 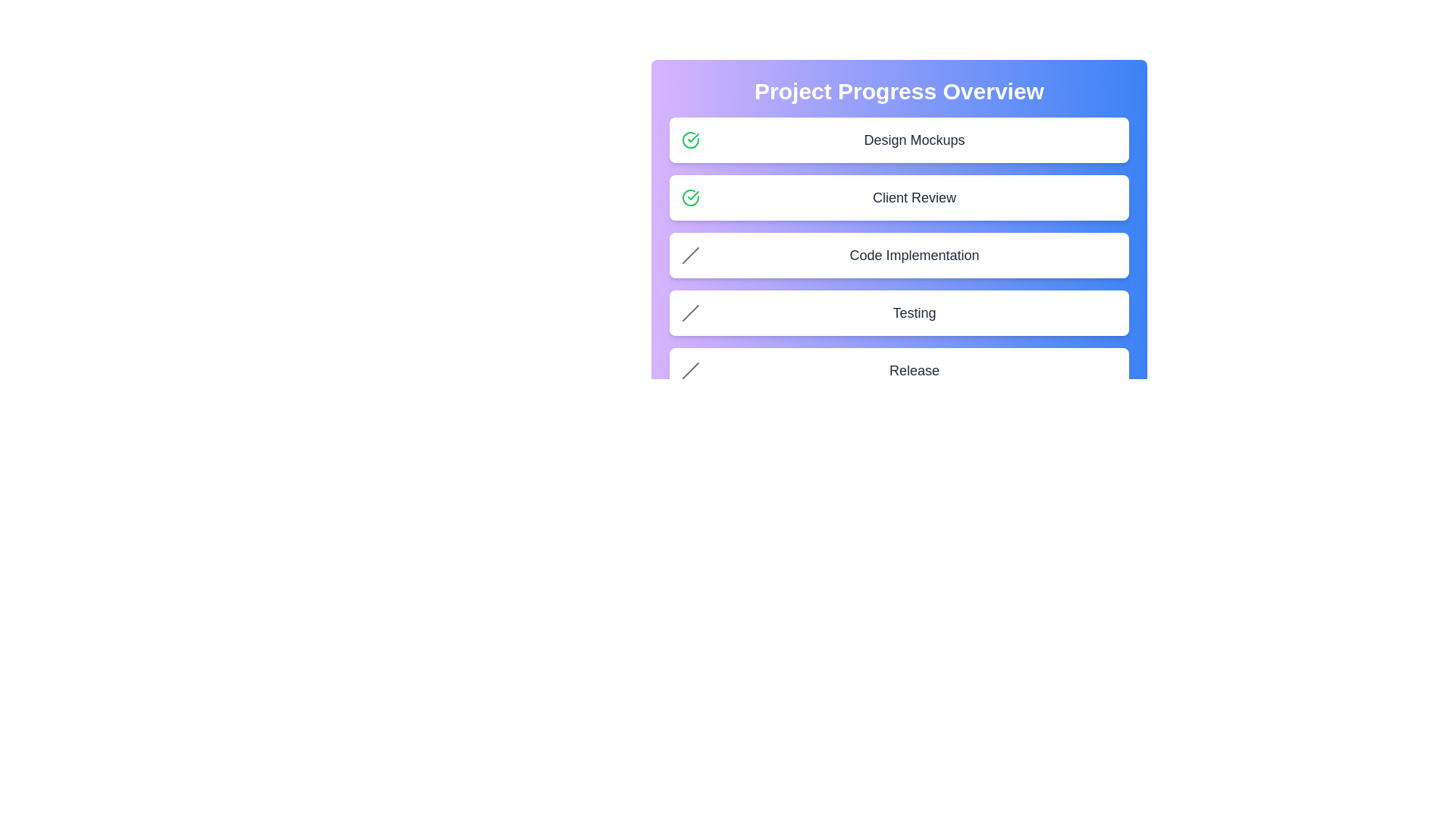 What do you see at coordinates (913, 140) in the screenshot?
I see `the title label in the progress tracker, located at the center-right of the card alongside a green check mark icon` at bounding box center [913, 140].